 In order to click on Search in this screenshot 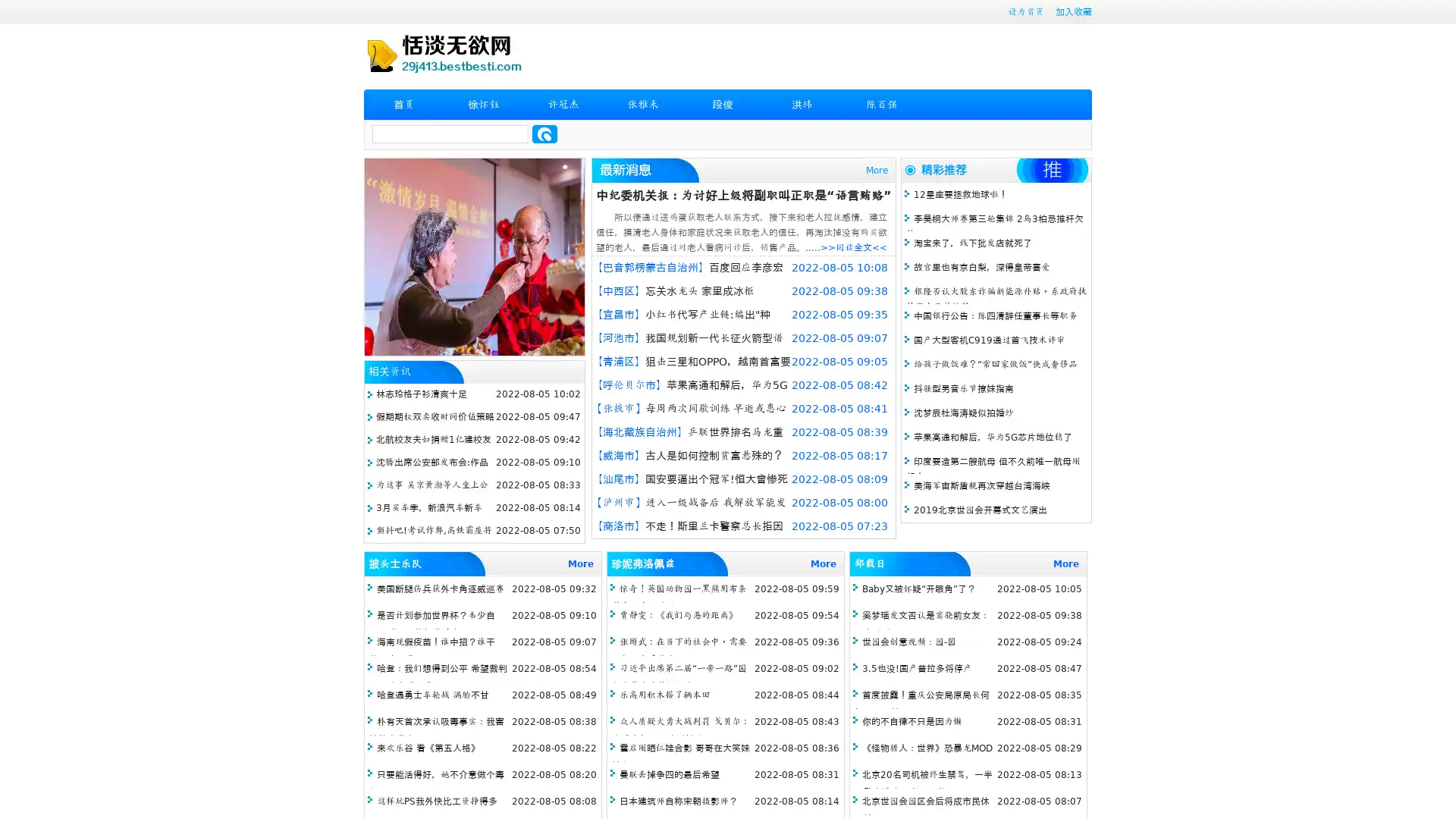, I will do `click(544, 133)`.